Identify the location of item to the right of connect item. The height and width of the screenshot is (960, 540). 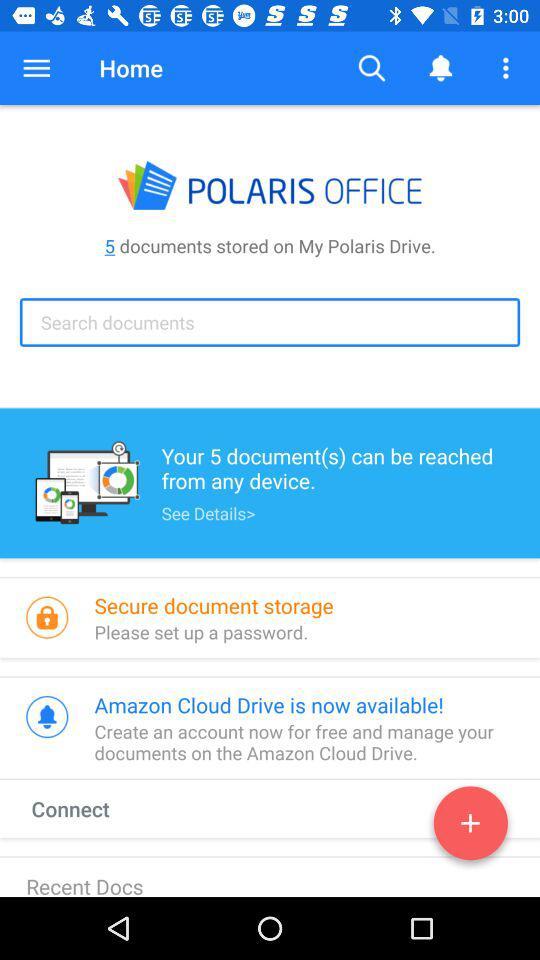
(470, 827).